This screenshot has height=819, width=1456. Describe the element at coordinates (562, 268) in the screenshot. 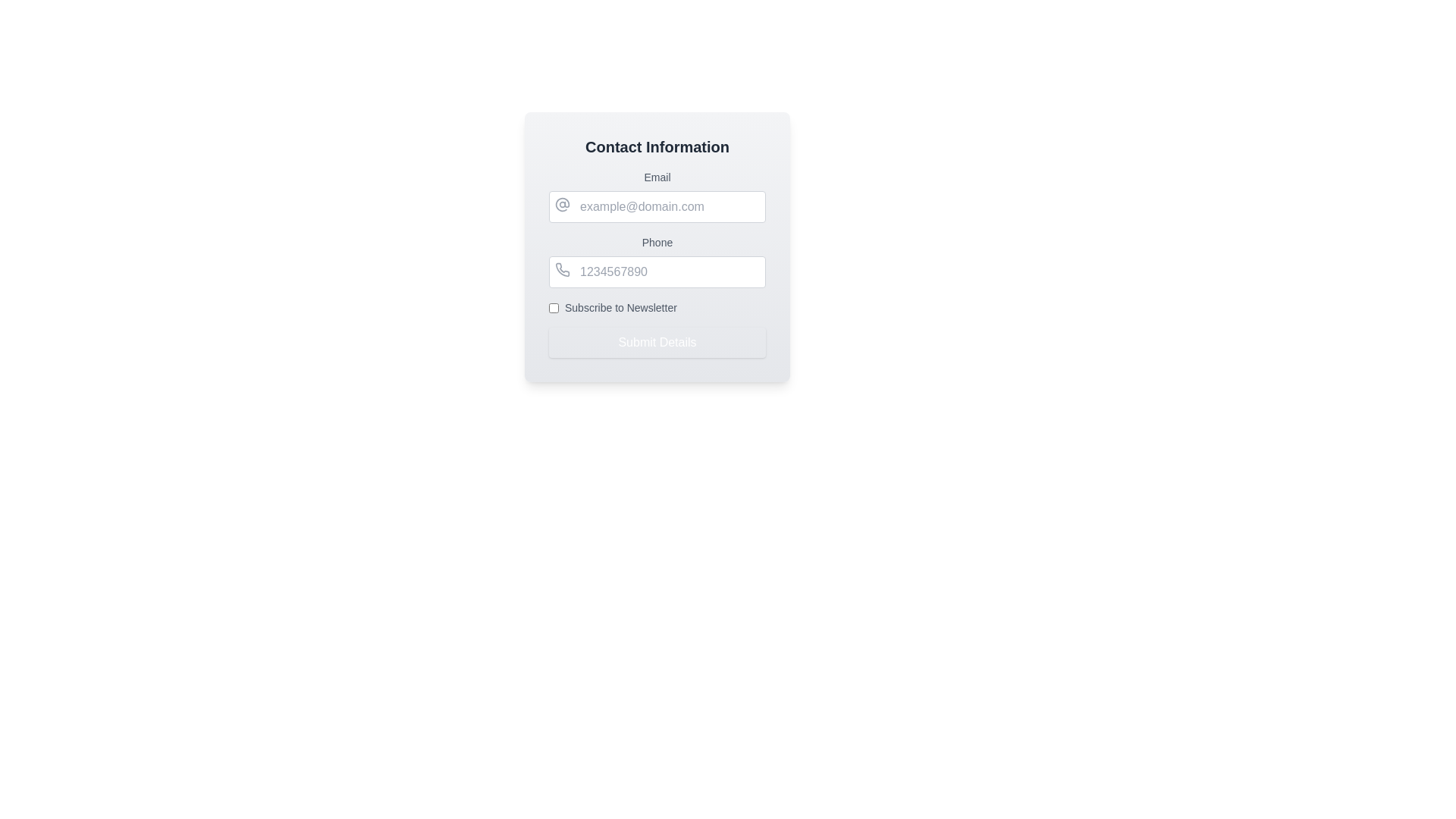

I see `the phone icon located next to the 'Phone' input field, which features a stylized vector graphic of a phone receiver` at that location.